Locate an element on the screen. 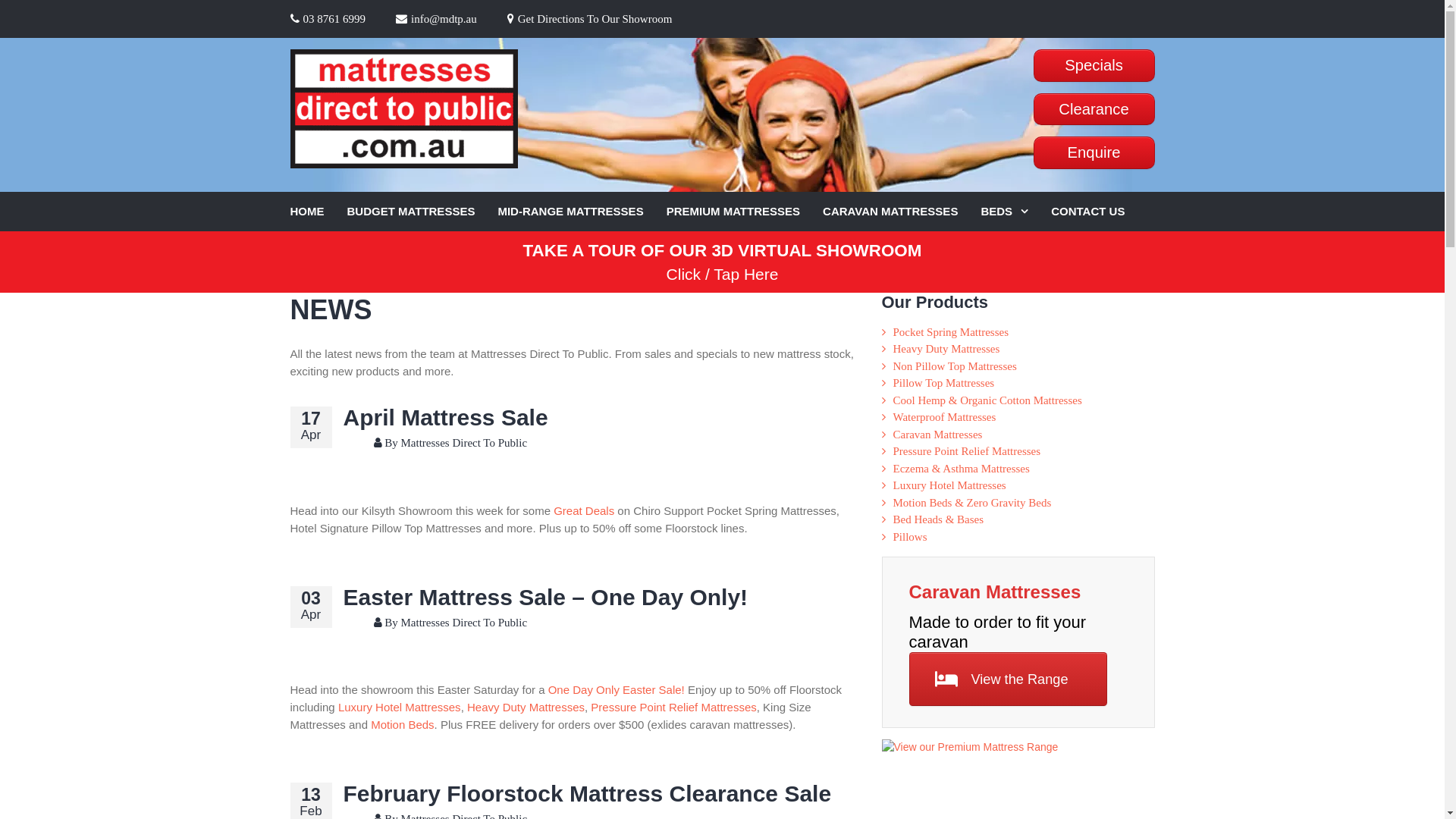  'CARAVAN MATTRESSES' is located at coordinates (902, 212).